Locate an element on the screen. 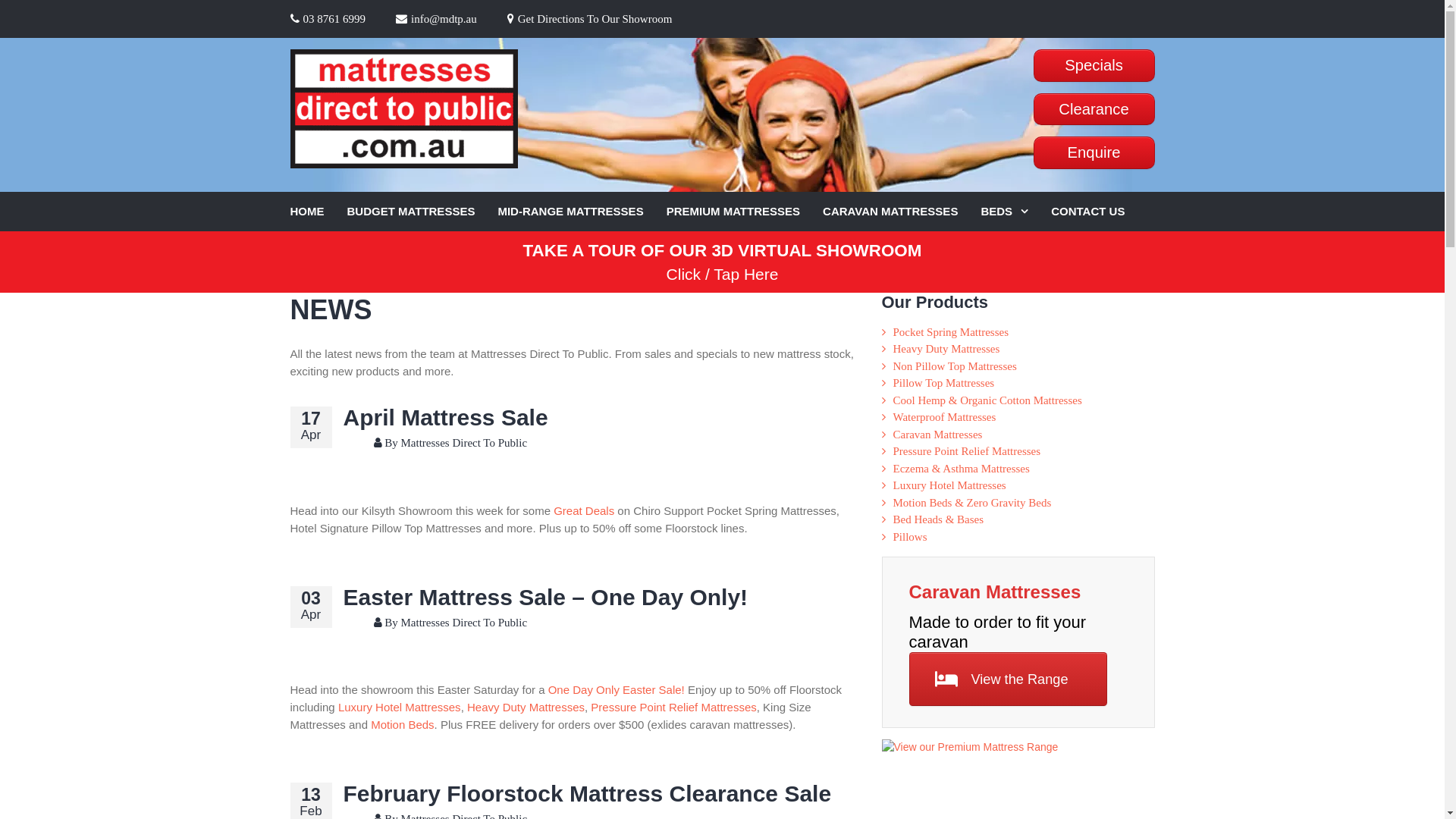  'CARAVAN MATTRESSES' is located at coordinates (902, 212).